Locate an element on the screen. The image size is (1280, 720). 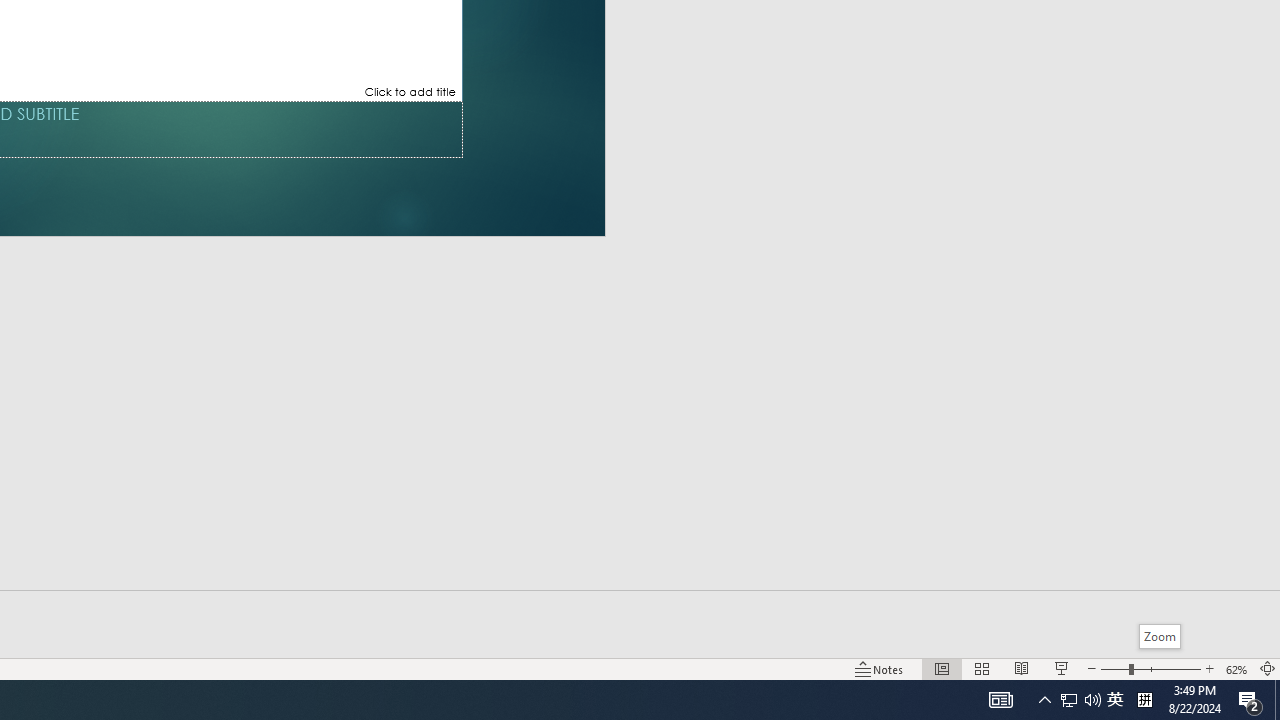
'Zoom 62%' is located at coordinates (1236, 669).